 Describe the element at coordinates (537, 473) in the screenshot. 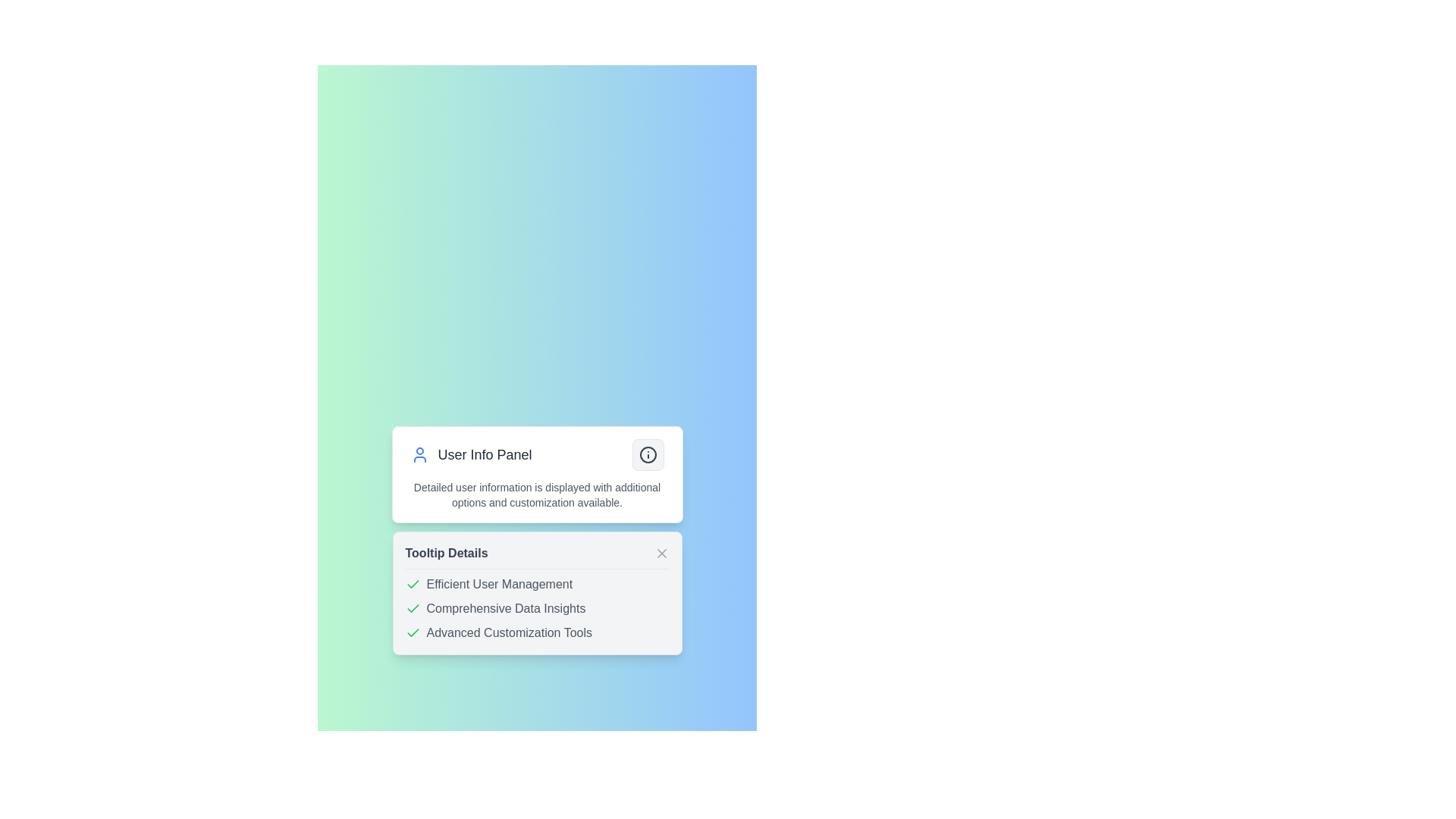

I see `information displayed in the 'User Info Panel', which contains user details and an 'info' button on the right` at that location.